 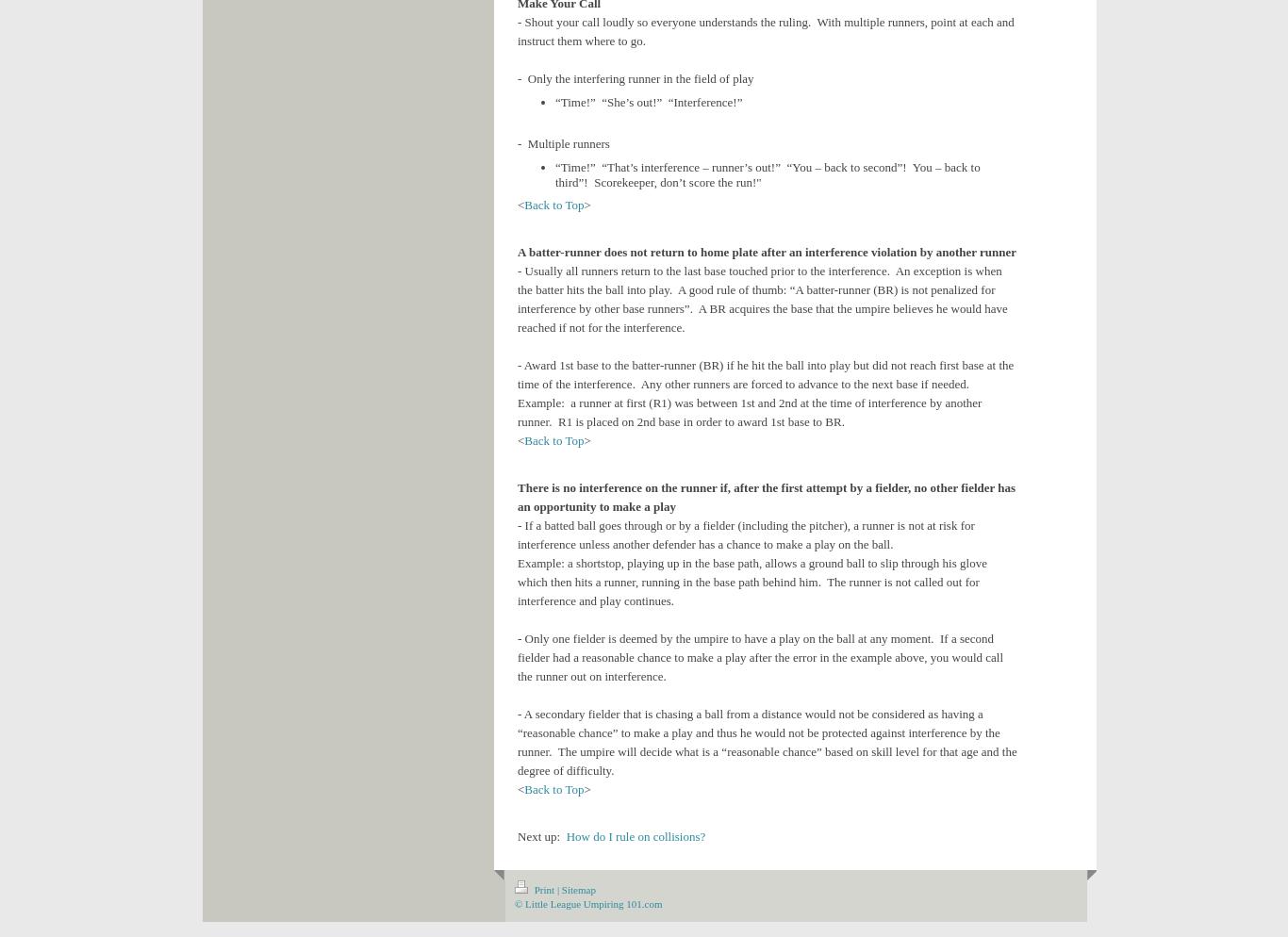 What do you see at coordinates (540, 836) in the screenshot?
I see `'Next up:'` at bounding box center [540, 836].